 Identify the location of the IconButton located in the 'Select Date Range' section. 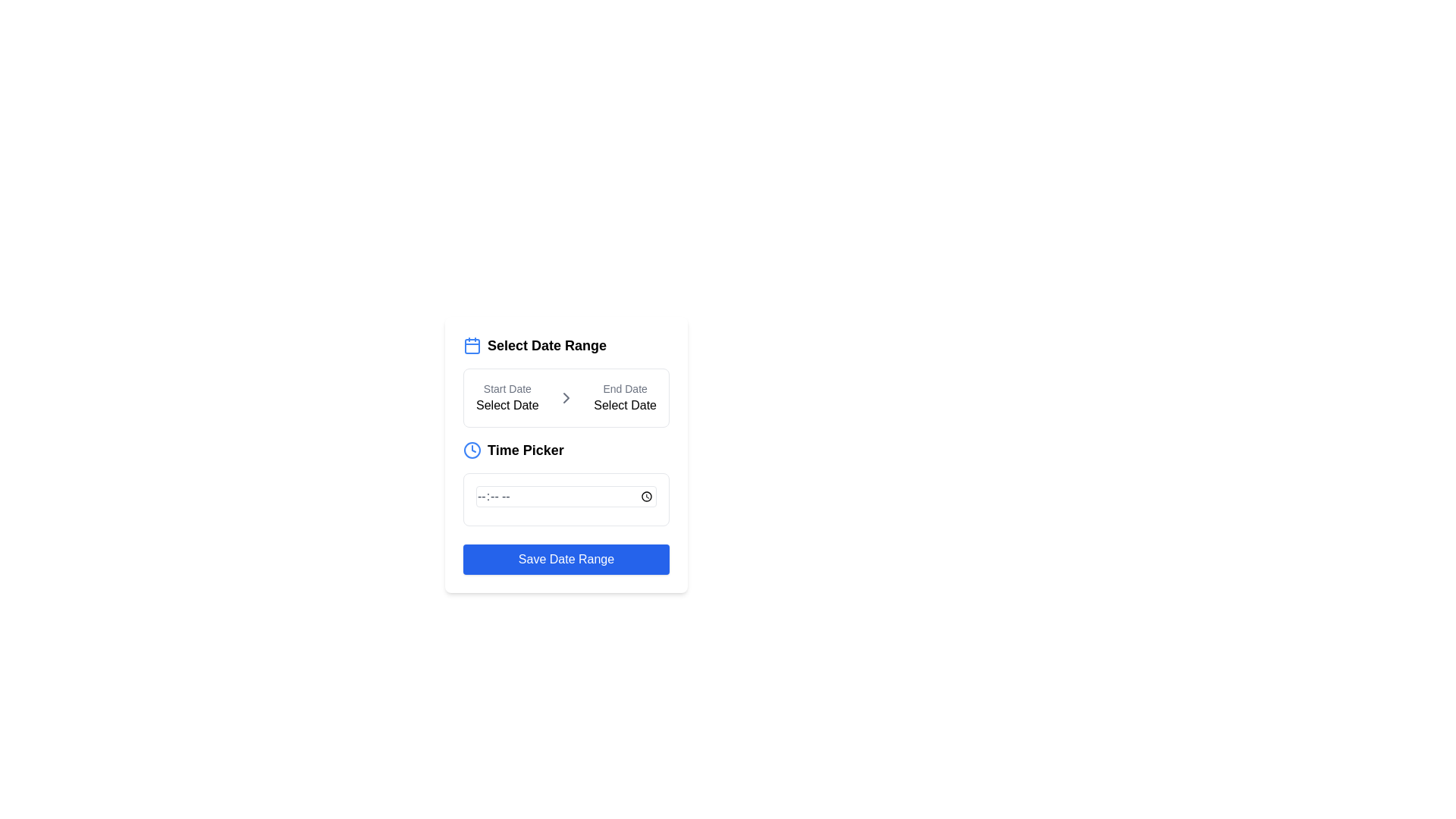
(566, 397).